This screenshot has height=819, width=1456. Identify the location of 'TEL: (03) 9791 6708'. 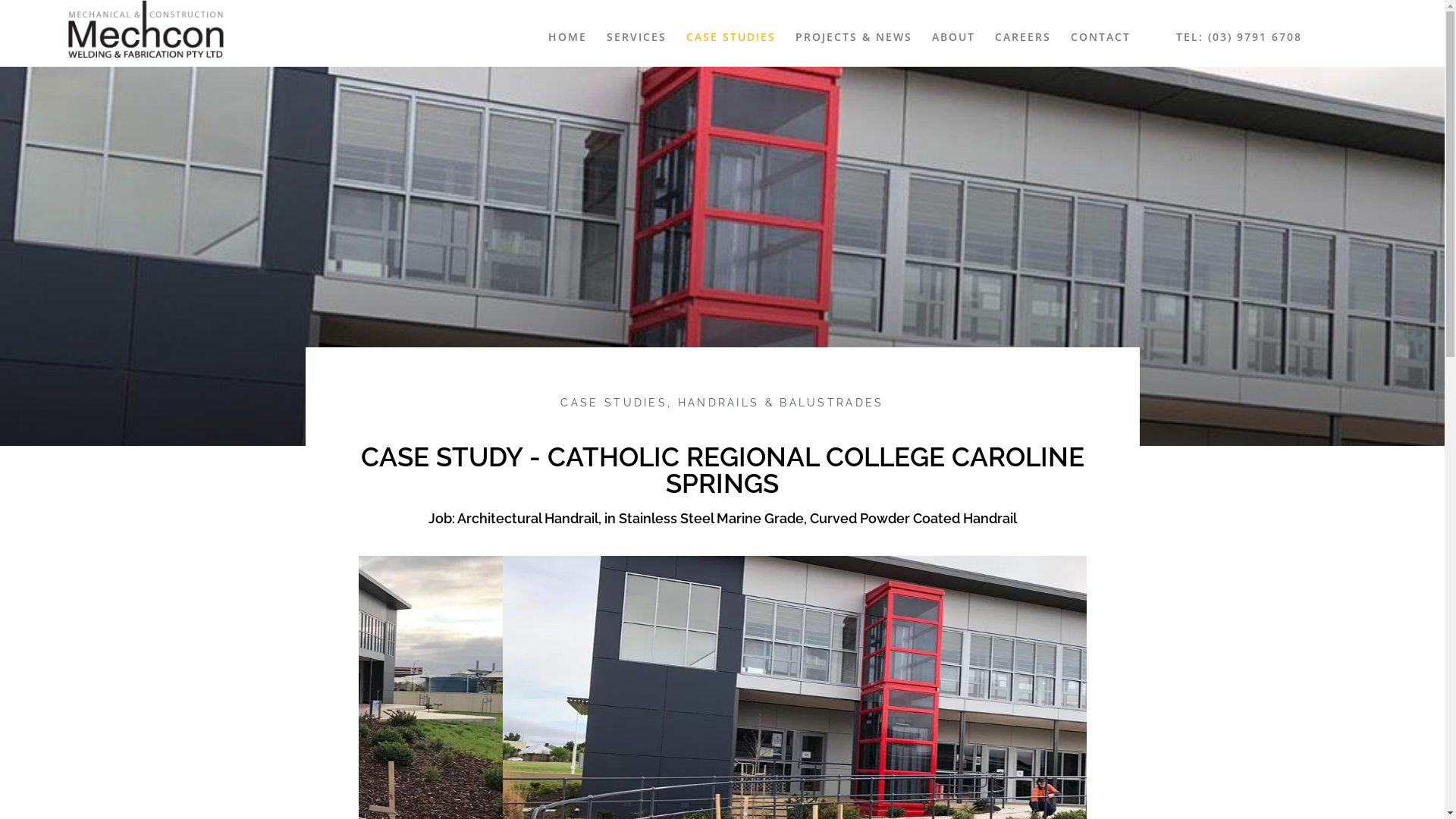
(1238, 36).